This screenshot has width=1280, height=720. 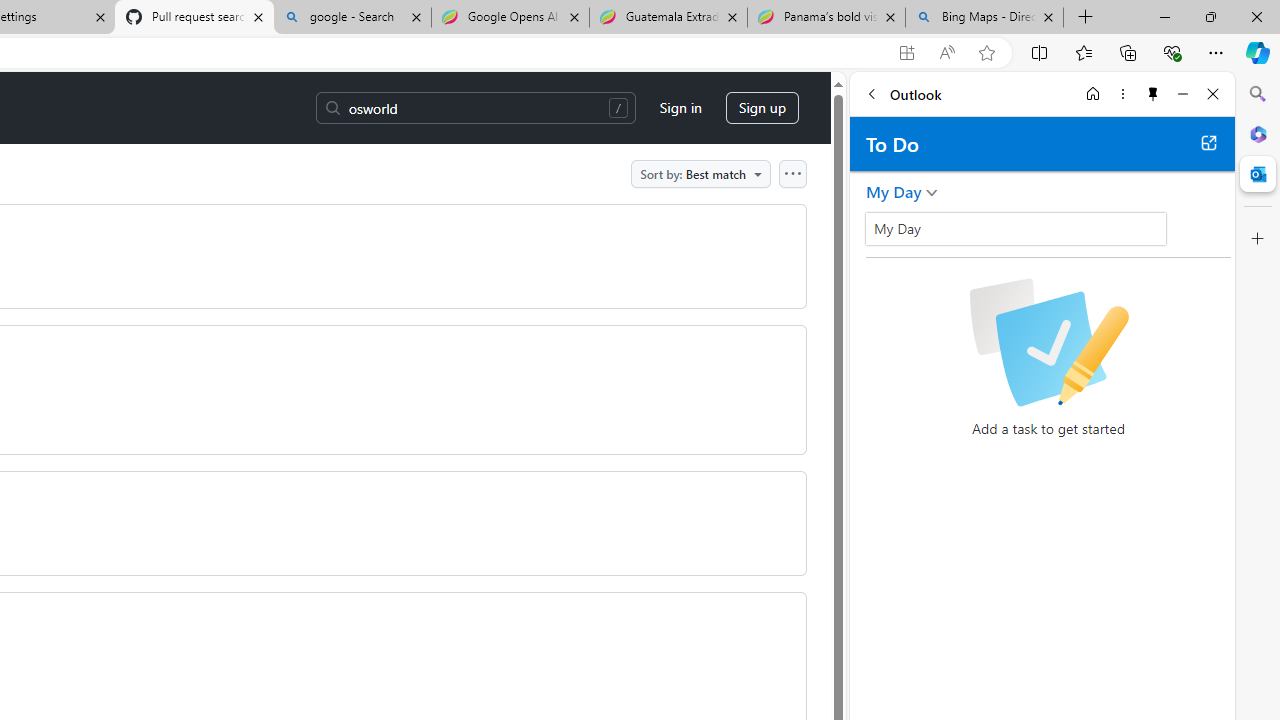 What do you see at coordinates (510, 17) in the screenshot?
I see `'Google Opens AI Academy for Startups - Nearshore Americas'` at bounding box center [510, 17].